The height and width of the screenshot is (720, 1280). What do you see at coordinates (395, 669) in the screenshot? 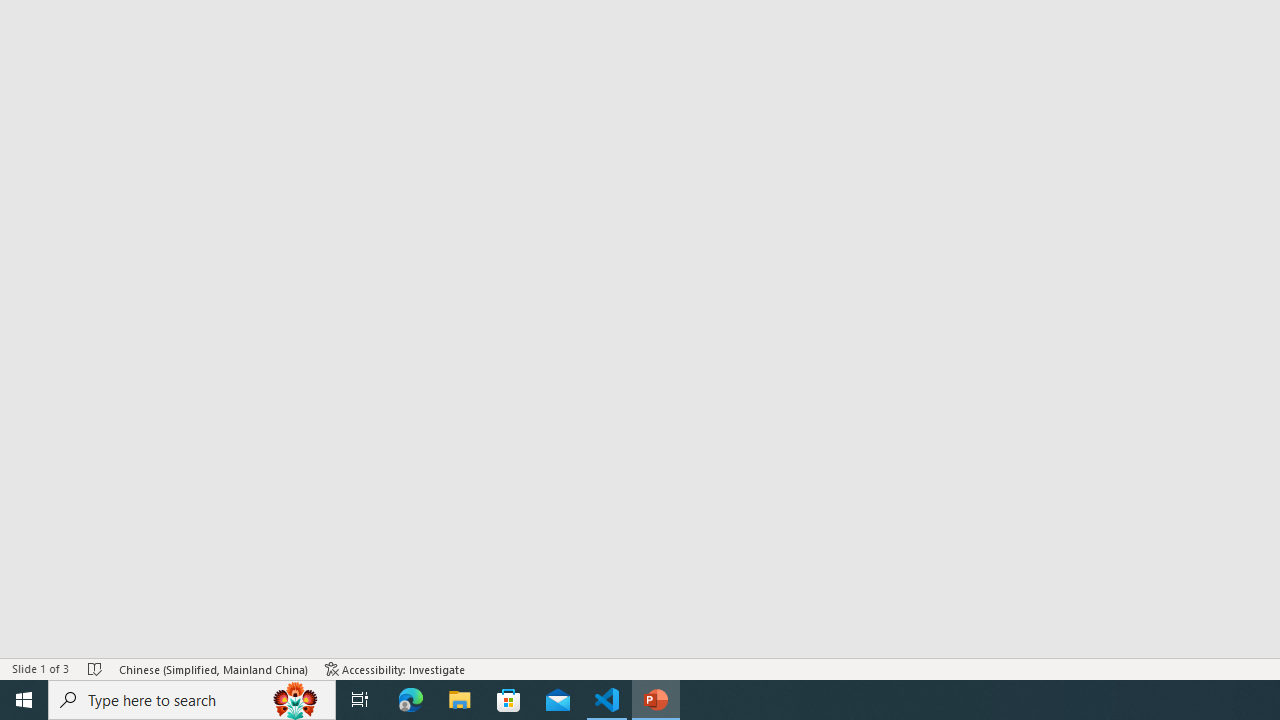
I see `'Accessibility Checker Accessibility: Investigate'` at bounding box center [395, 669].